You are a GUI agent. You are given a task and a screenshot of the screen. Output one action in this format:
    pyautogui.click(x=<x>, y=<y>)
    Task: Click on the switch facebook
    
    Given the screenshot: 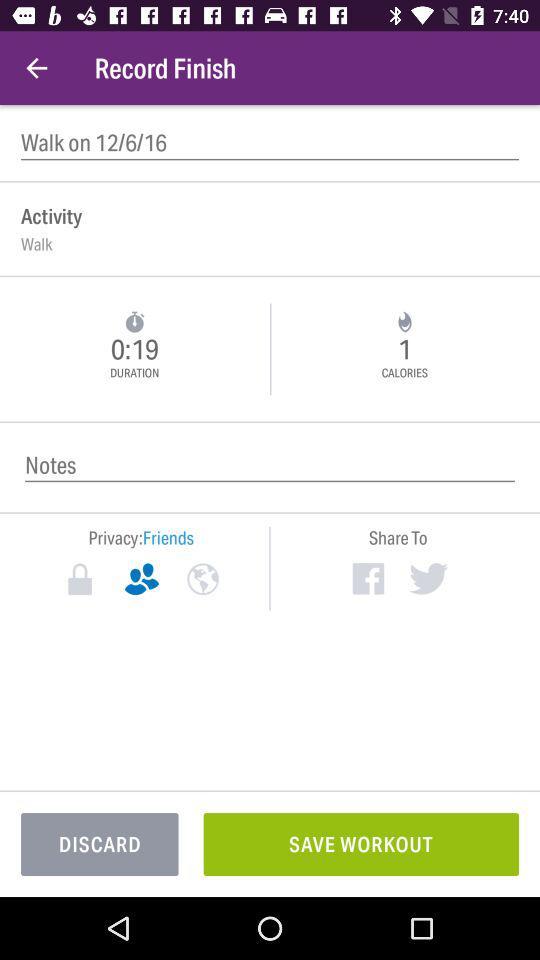 What is the action you would take?
    pyautogui.click(x=367, y=578)
    